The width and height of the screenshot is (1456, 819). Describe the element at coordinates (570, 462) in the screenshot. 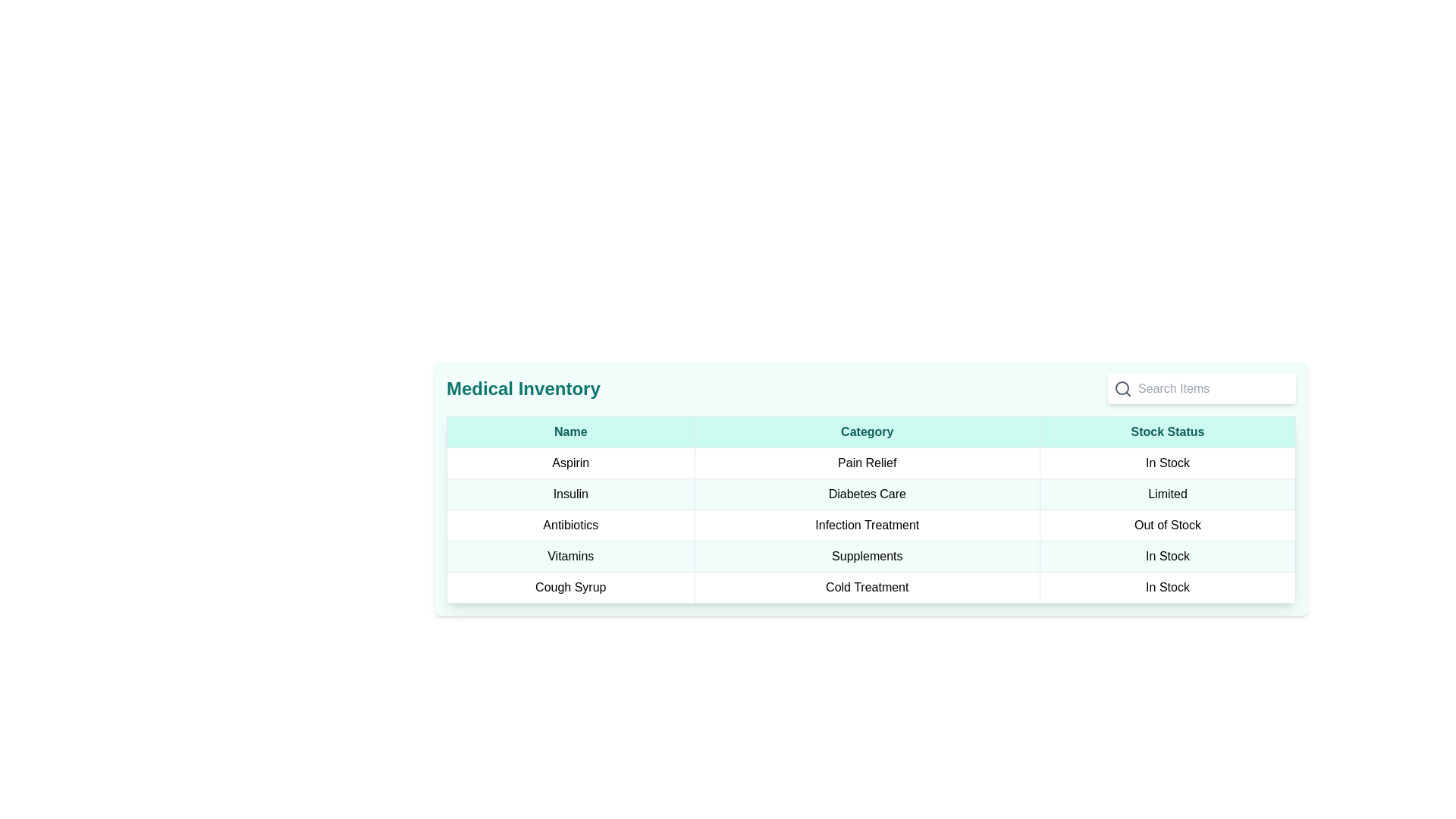

I see `the label identifying the product 'Aspirin' in the medical inventory table, located in the first column under the 'Name' header` at that location.